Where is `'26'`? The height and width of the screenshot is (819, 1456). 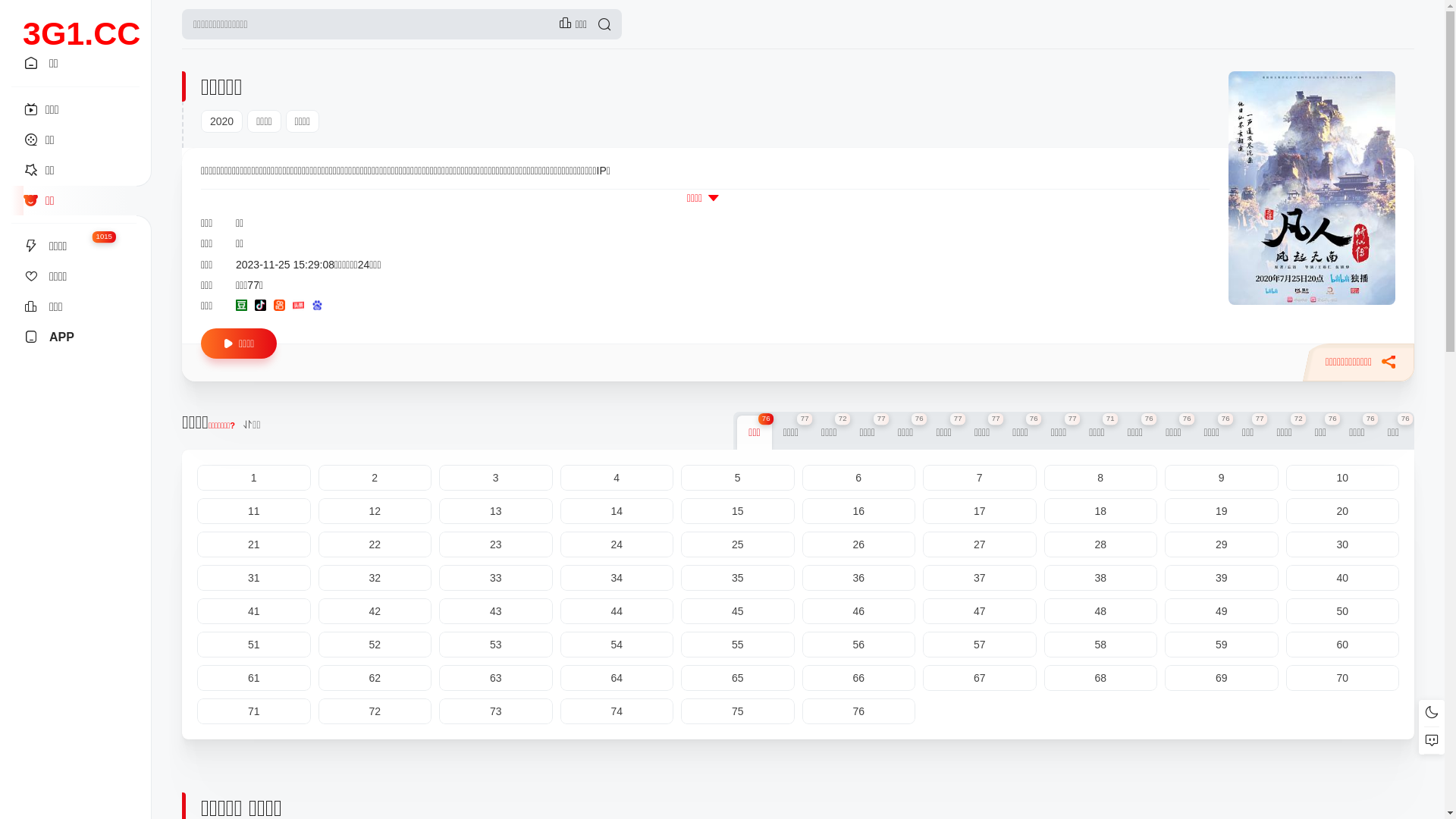
'26' is located at coordinates (801, 543).